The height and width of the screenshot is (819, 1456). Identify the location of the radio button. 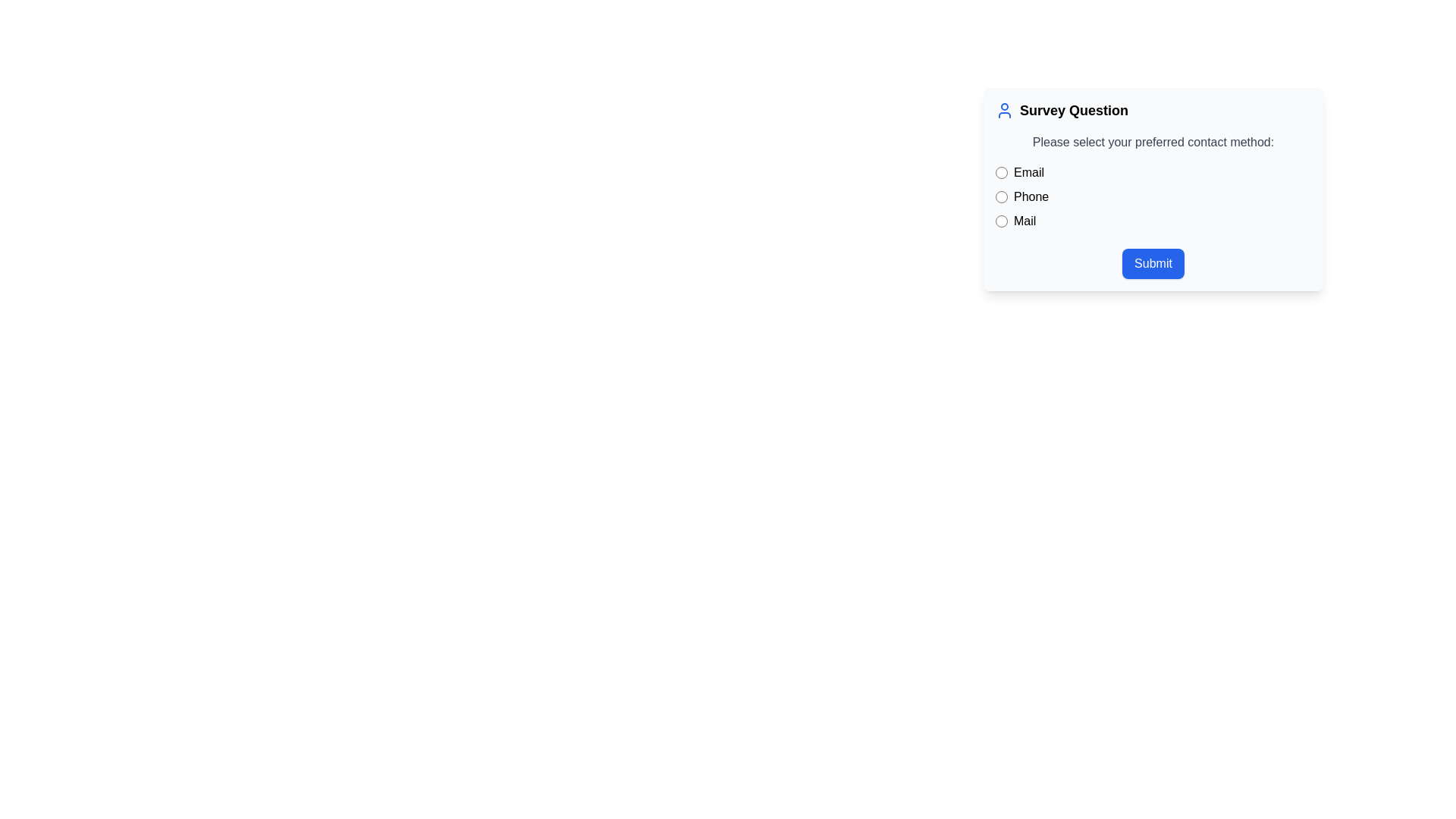
(1001, 171).